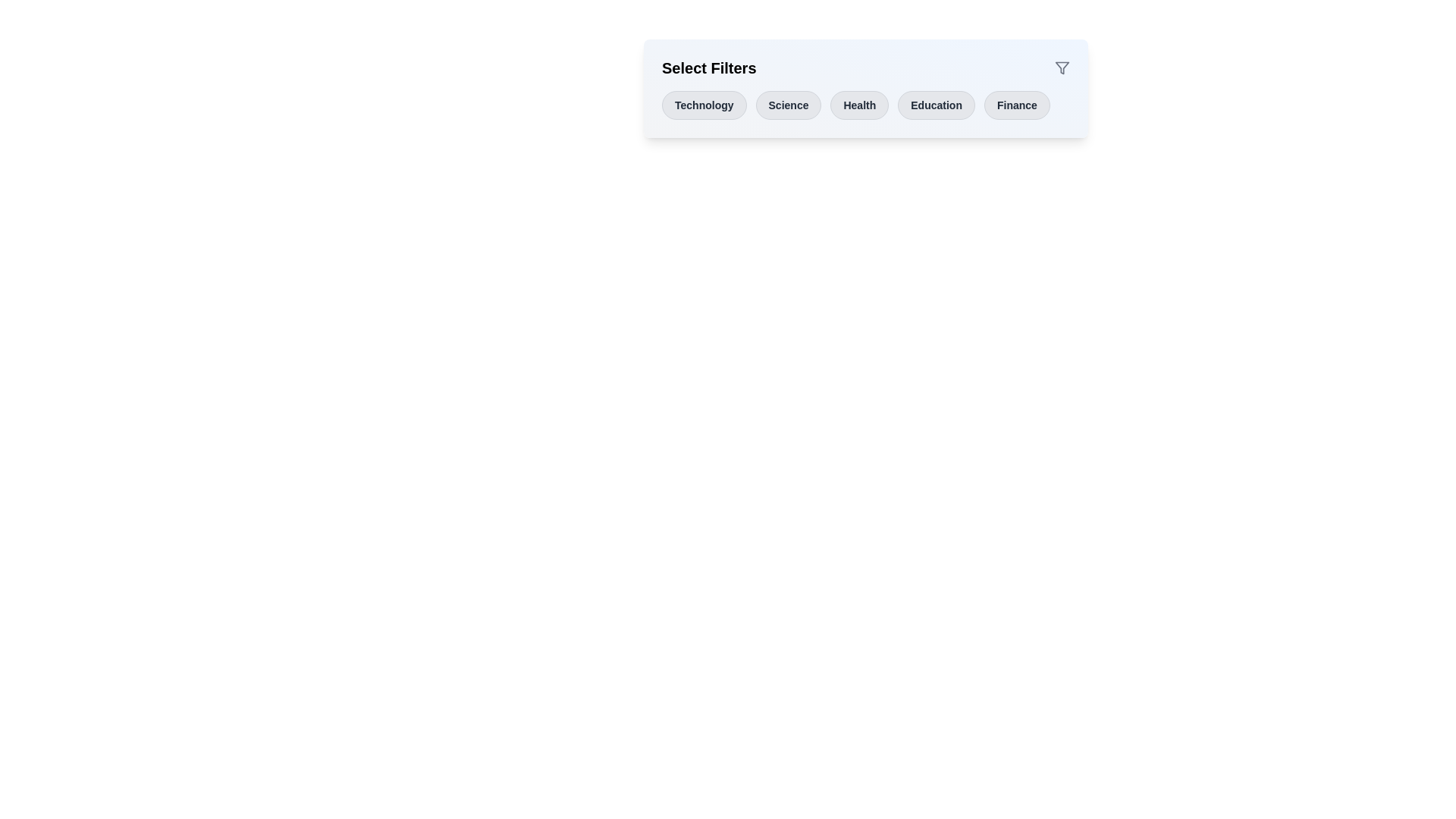  Describe the element at coordinates (1062, 67) in the screenshot. I see `the filter icon to interact with it` at that location.